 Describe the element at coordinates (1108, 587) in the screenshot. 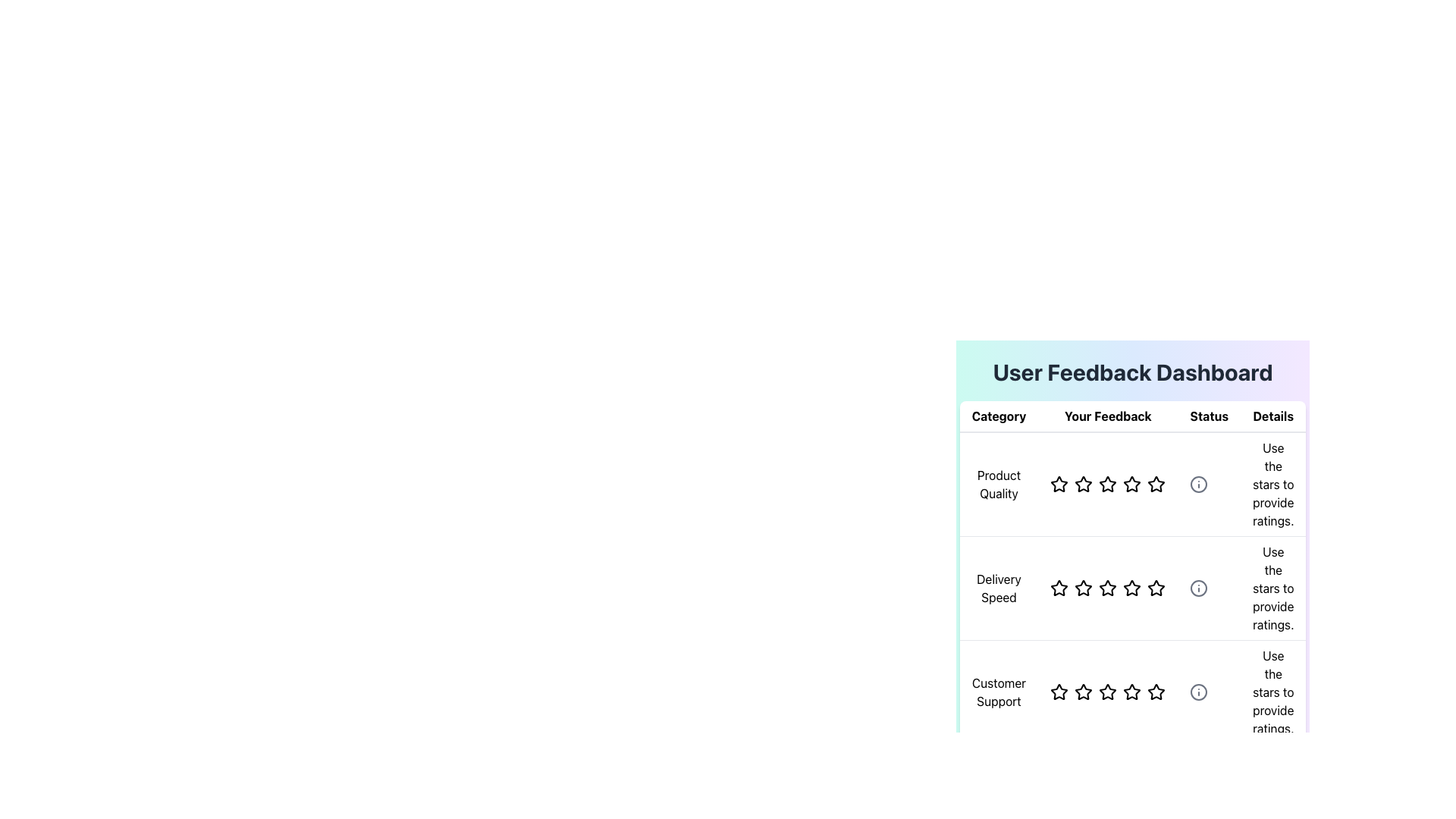

I see `the third clickable star icon in the rating control for the 'Delivery Speed' category` at that location.